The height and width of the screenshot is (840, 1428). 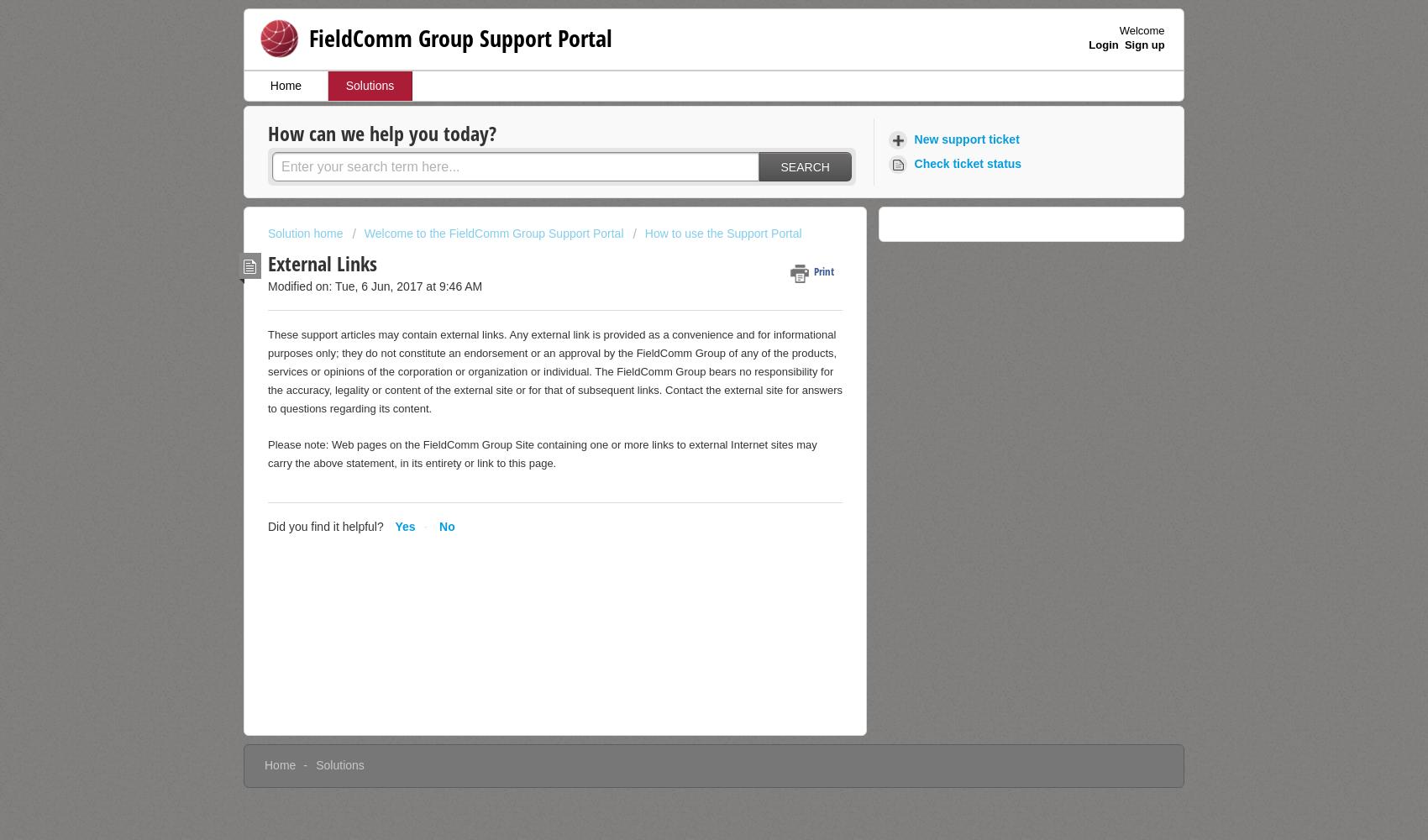 I want to click on 'These support articles may contain external links. Any external link is provided as a convenience and for informational purposes only; they do not constitute an endorsement or an approval by the FieldComm Group of any of the products, services or opinions of the corporation or organization or individual. The FieldComm Group bears no responsibility for the accuracy, legality or content of the external site or for that of subsequent links. Contact the external site for answers to questions regarding its content.', so click(x=554, y=370).